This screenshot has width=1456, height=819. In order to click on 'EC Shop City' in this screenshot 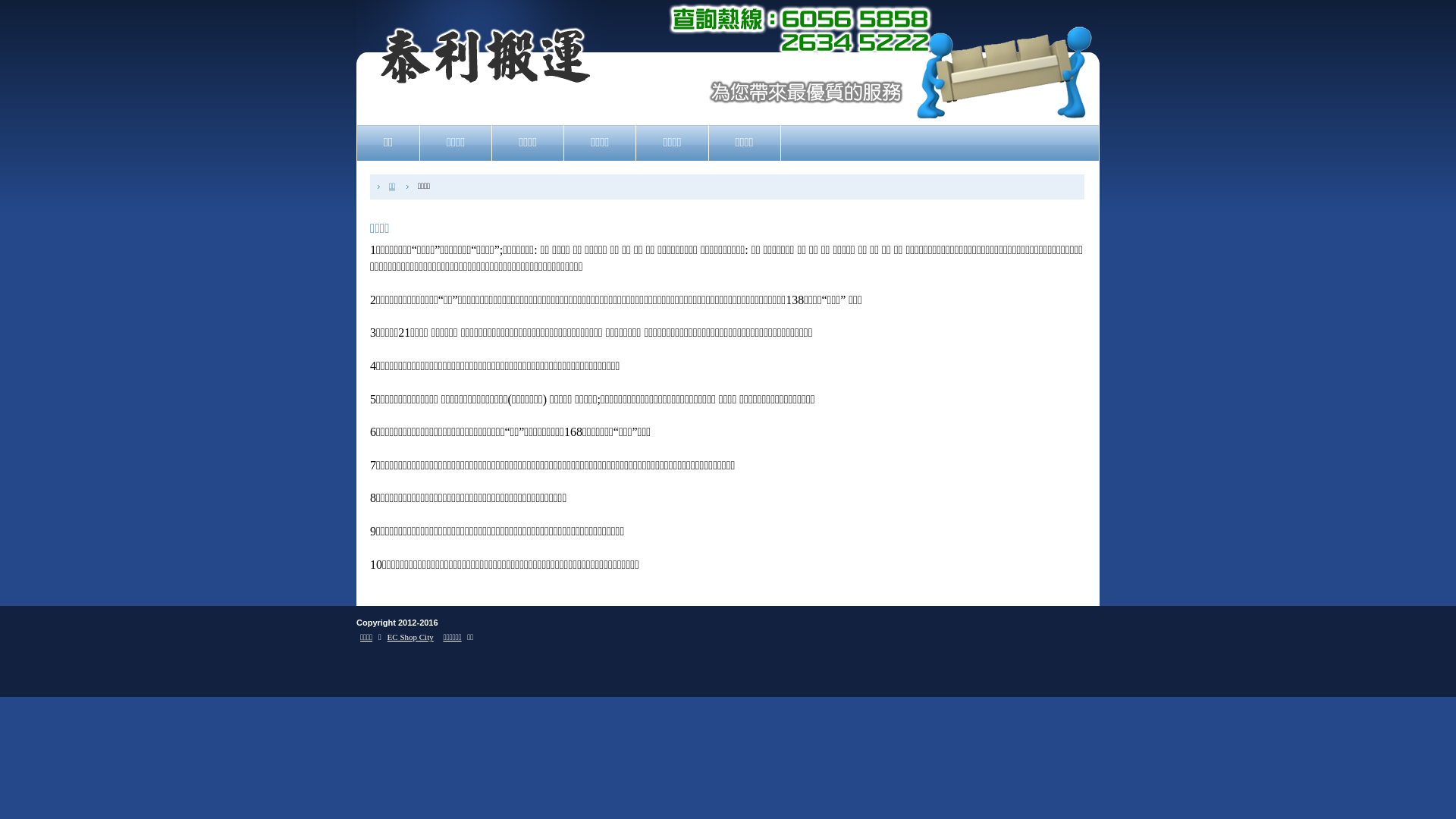, I will do `click(410, 637)`.